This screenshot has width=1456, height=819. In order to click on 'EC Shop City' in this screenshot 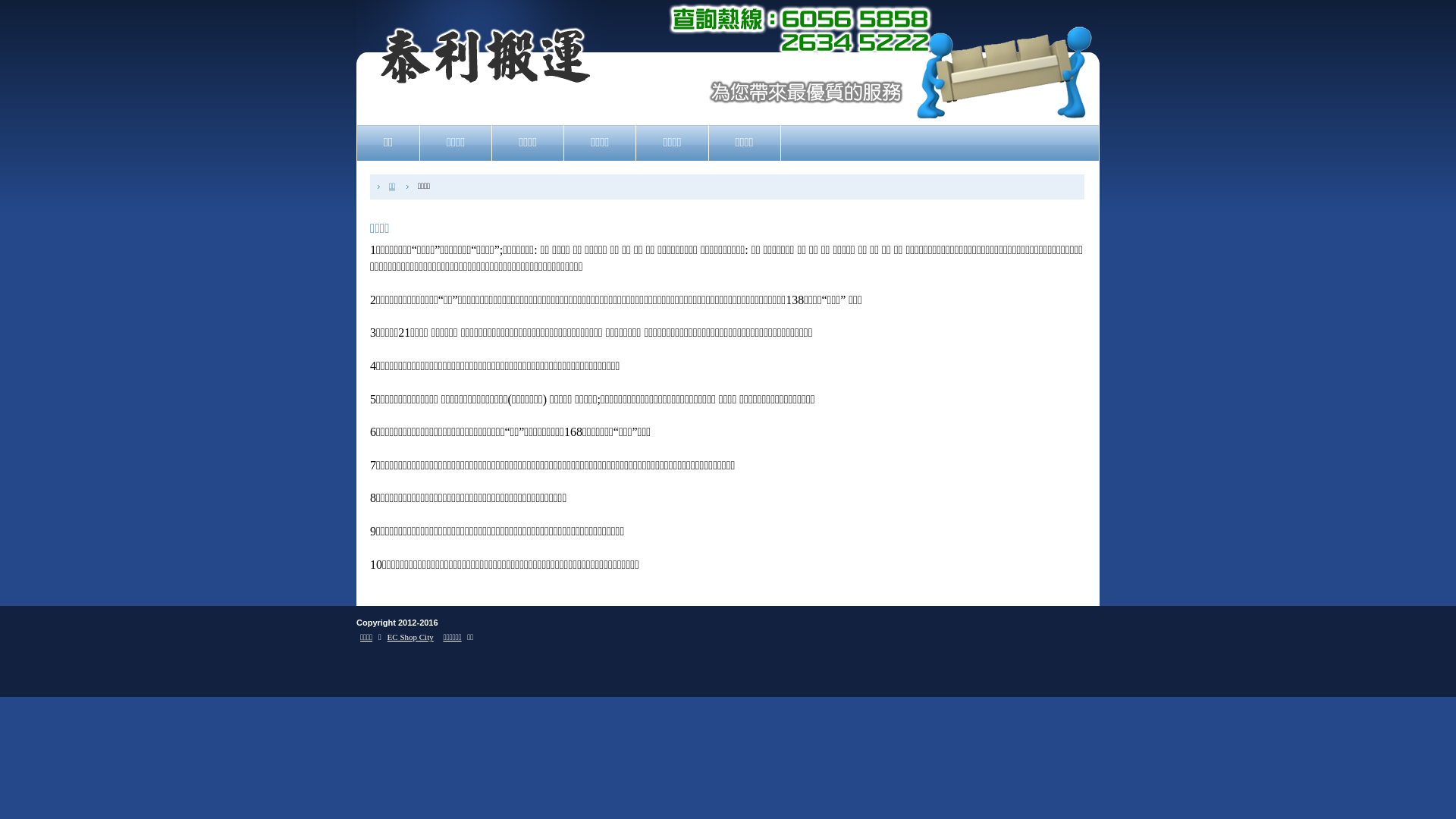, I will do `click(410, 637)`.